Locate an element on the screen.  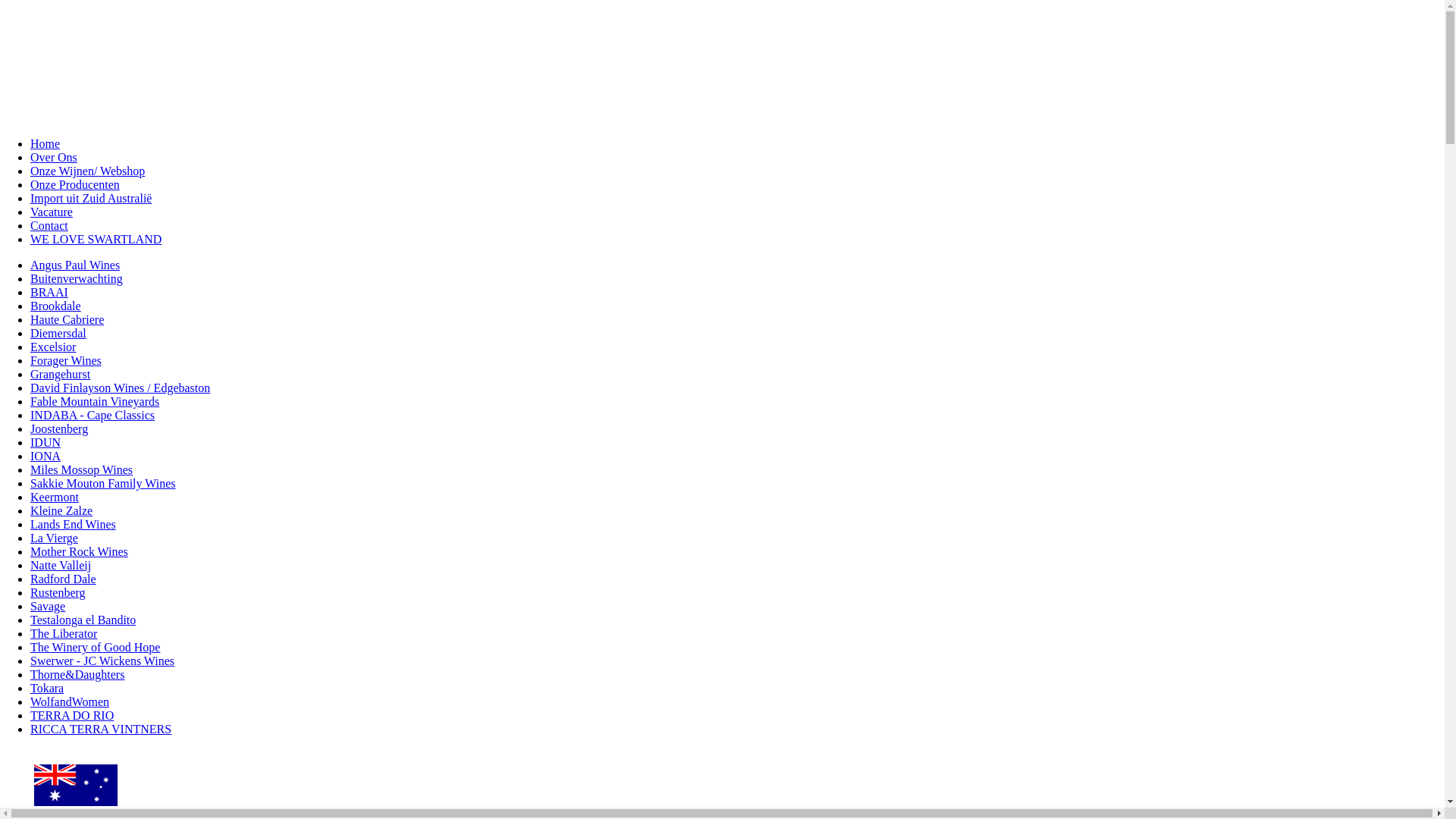
'IONA' is located at coordinates (45, 455).